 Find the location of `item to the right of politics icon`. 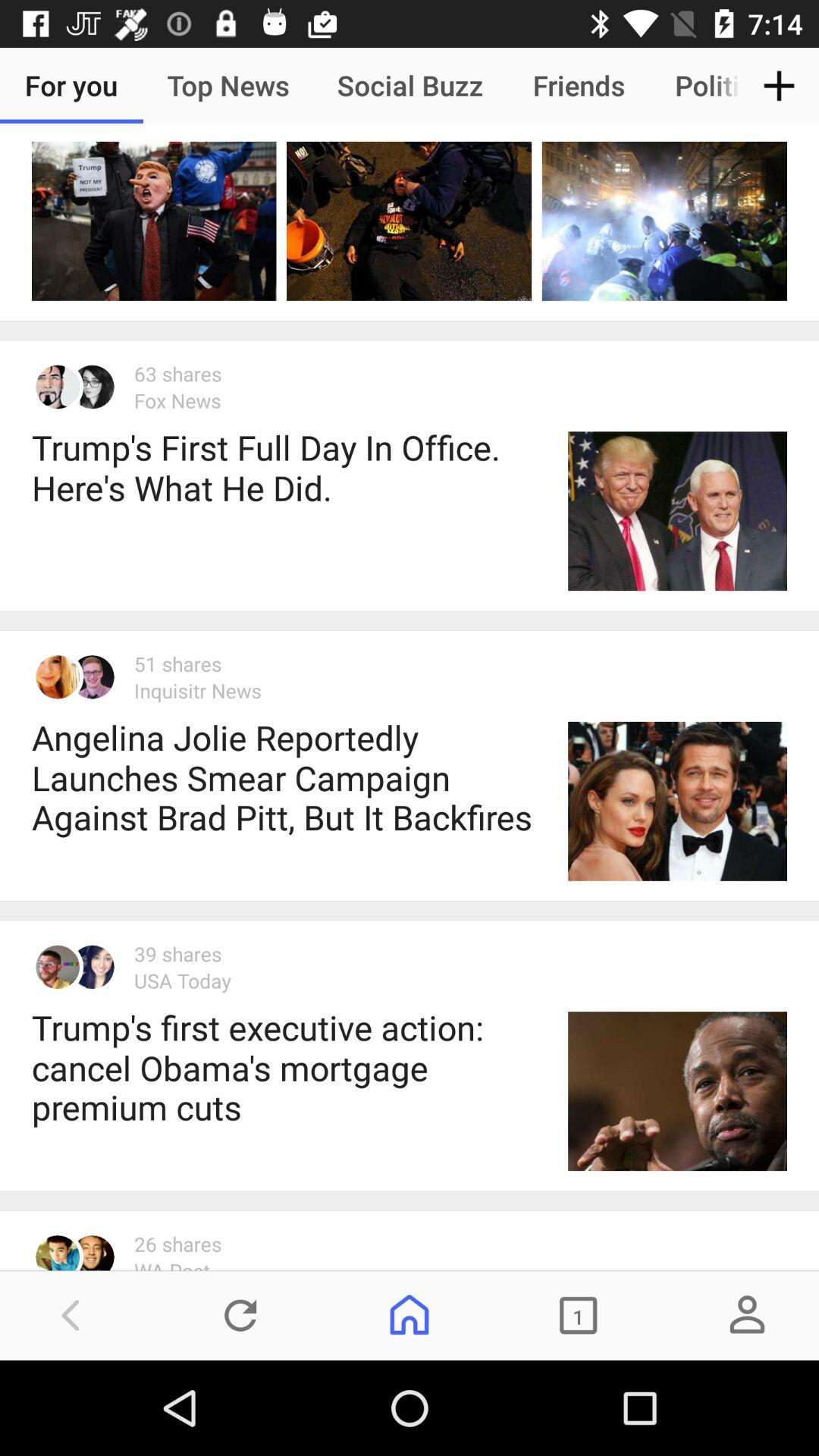

item to the right of politics icon is located at coordinates (779, 84).